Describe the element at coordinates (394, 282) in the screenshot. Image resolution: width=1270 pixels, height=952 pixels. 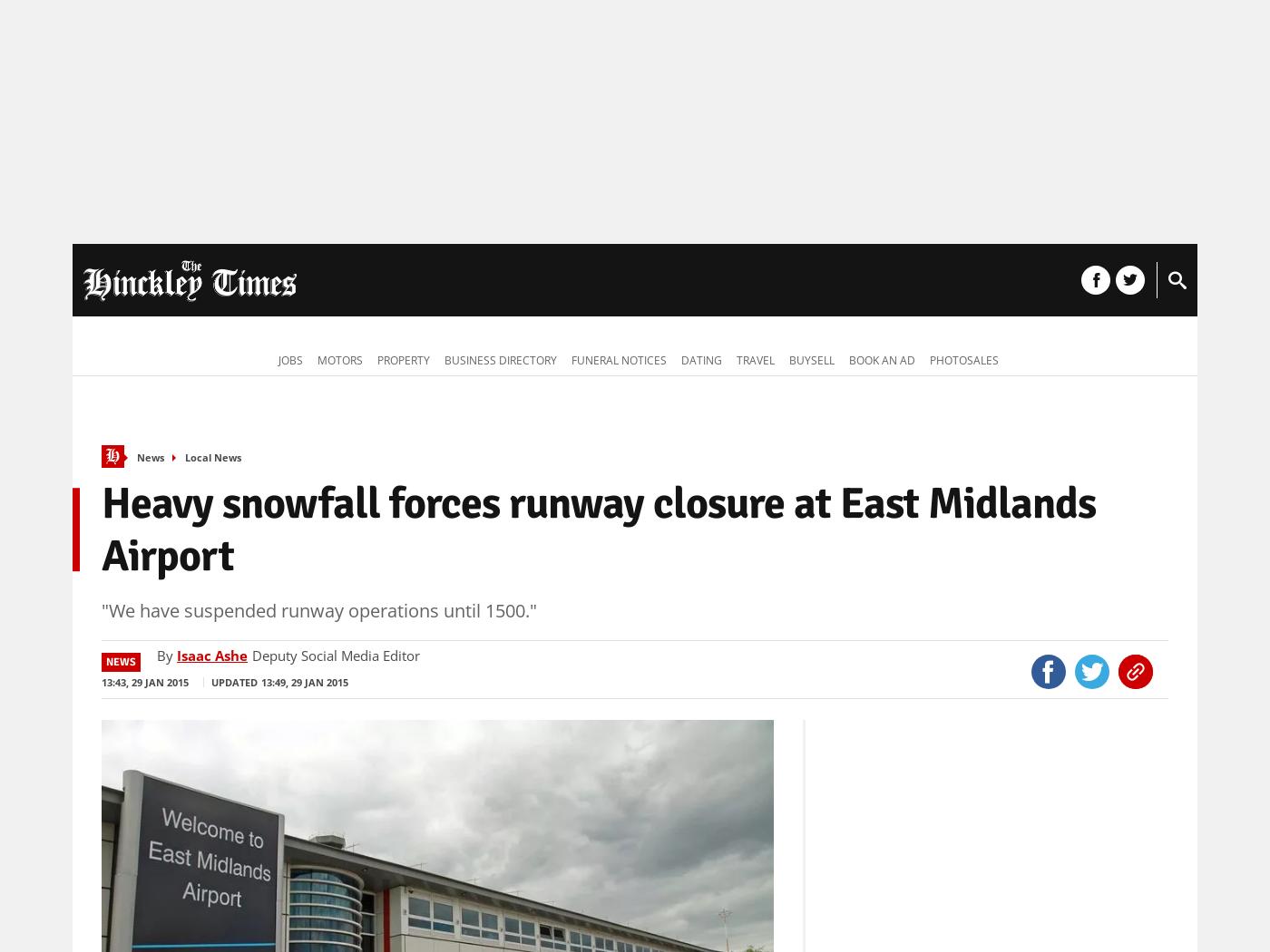
I see `'In Your Area'` at that location.